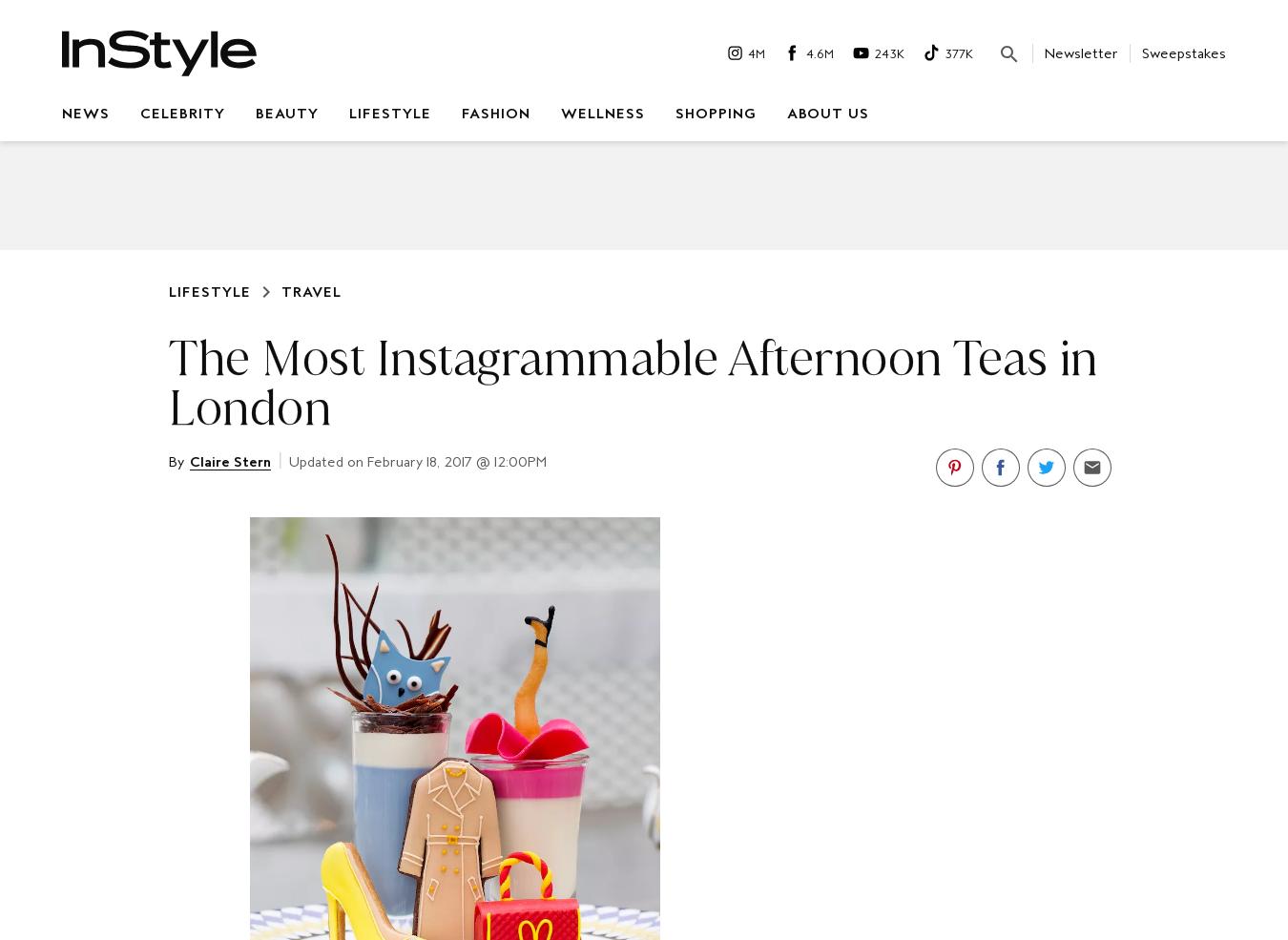  Describe the element at coordinates (602, 113) in the screenshot. I see `'Wellness'` at that location.